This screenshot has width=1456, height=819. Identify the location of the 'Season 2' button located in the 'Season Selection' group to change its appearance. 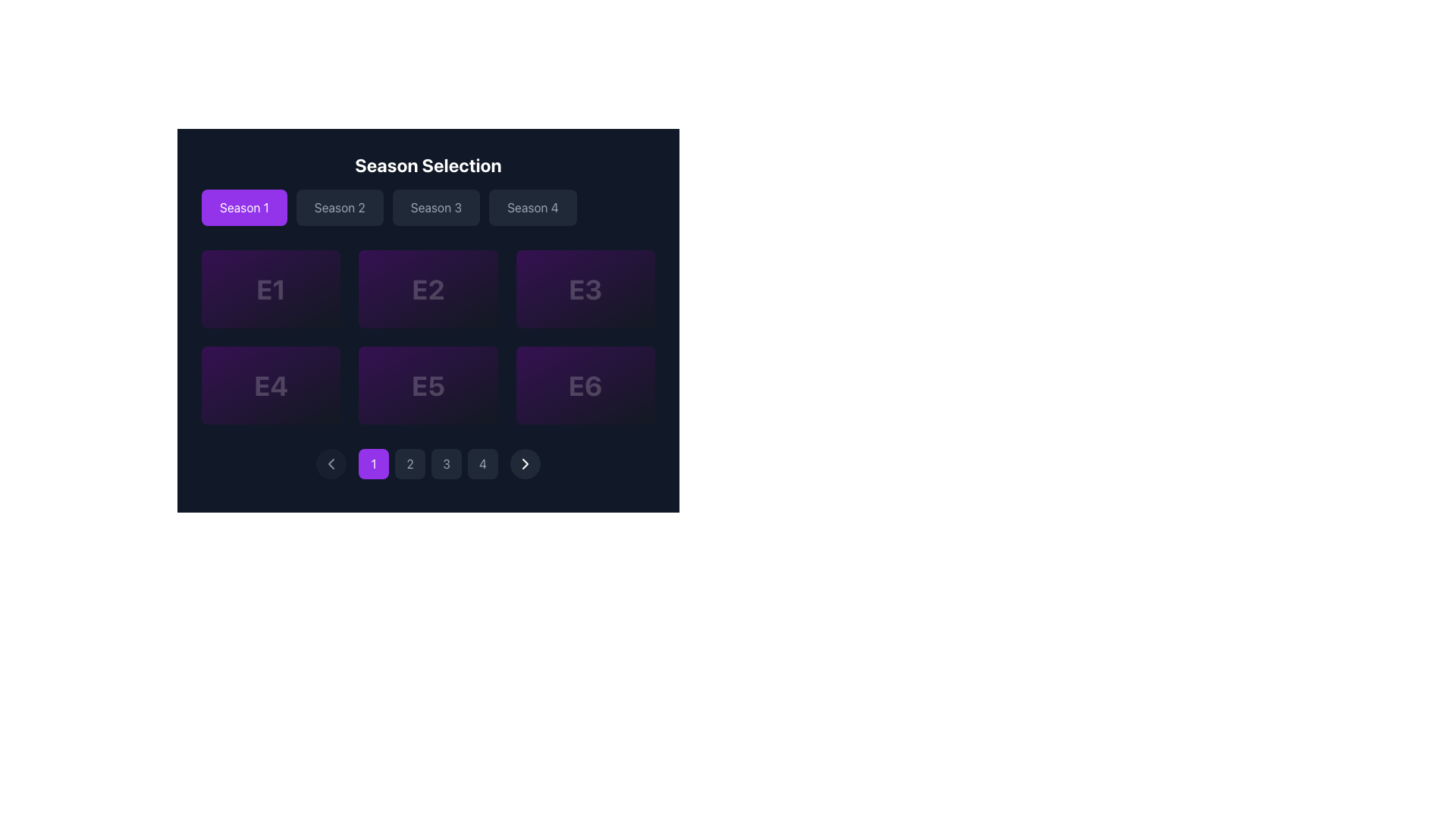
(339, 207).